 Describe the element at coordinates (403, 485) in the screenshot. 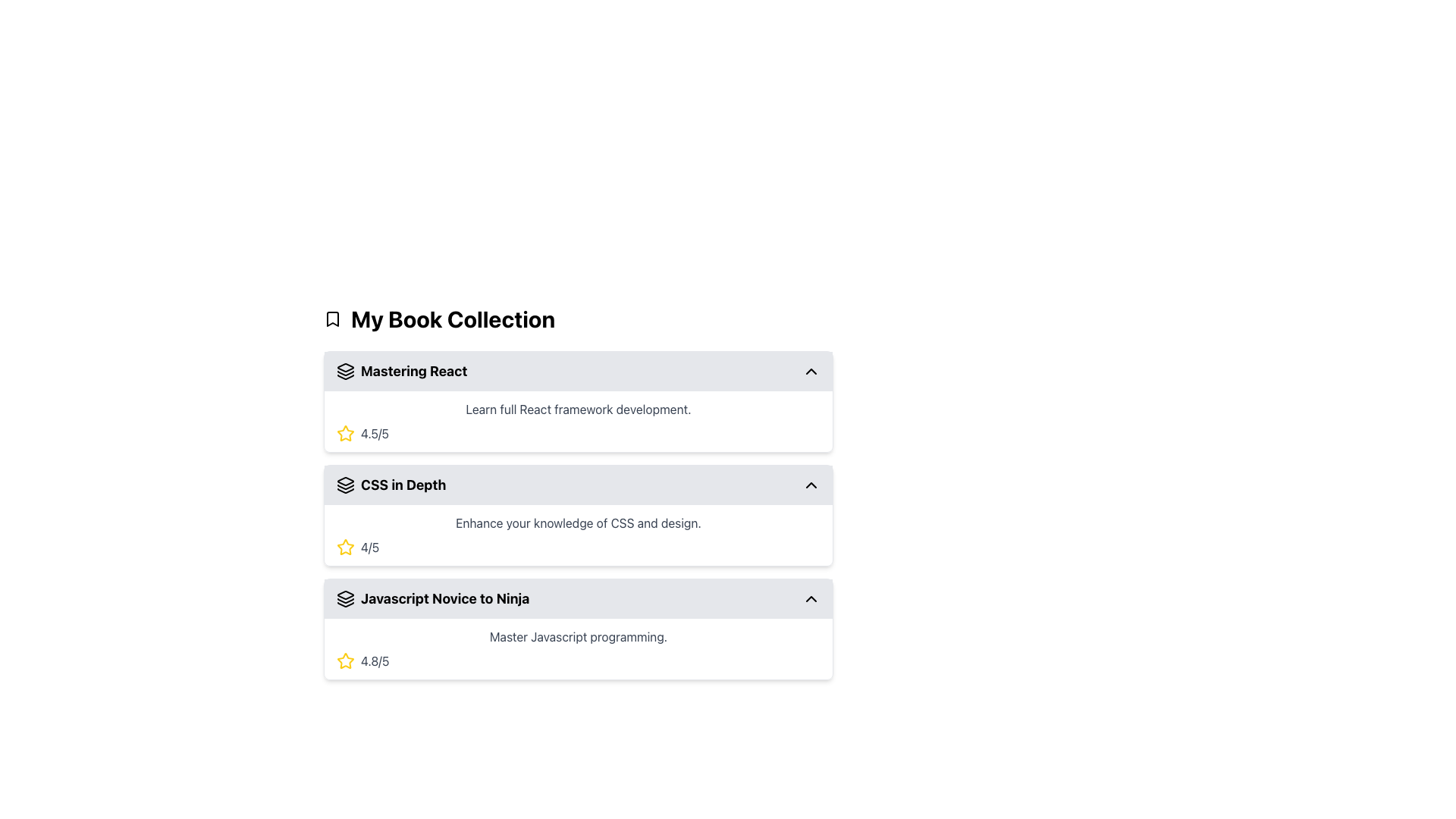

I see `the text label that identifies the book entry titled 'CSS in Depth' within the second card of 'My Book Collection'` at that location.